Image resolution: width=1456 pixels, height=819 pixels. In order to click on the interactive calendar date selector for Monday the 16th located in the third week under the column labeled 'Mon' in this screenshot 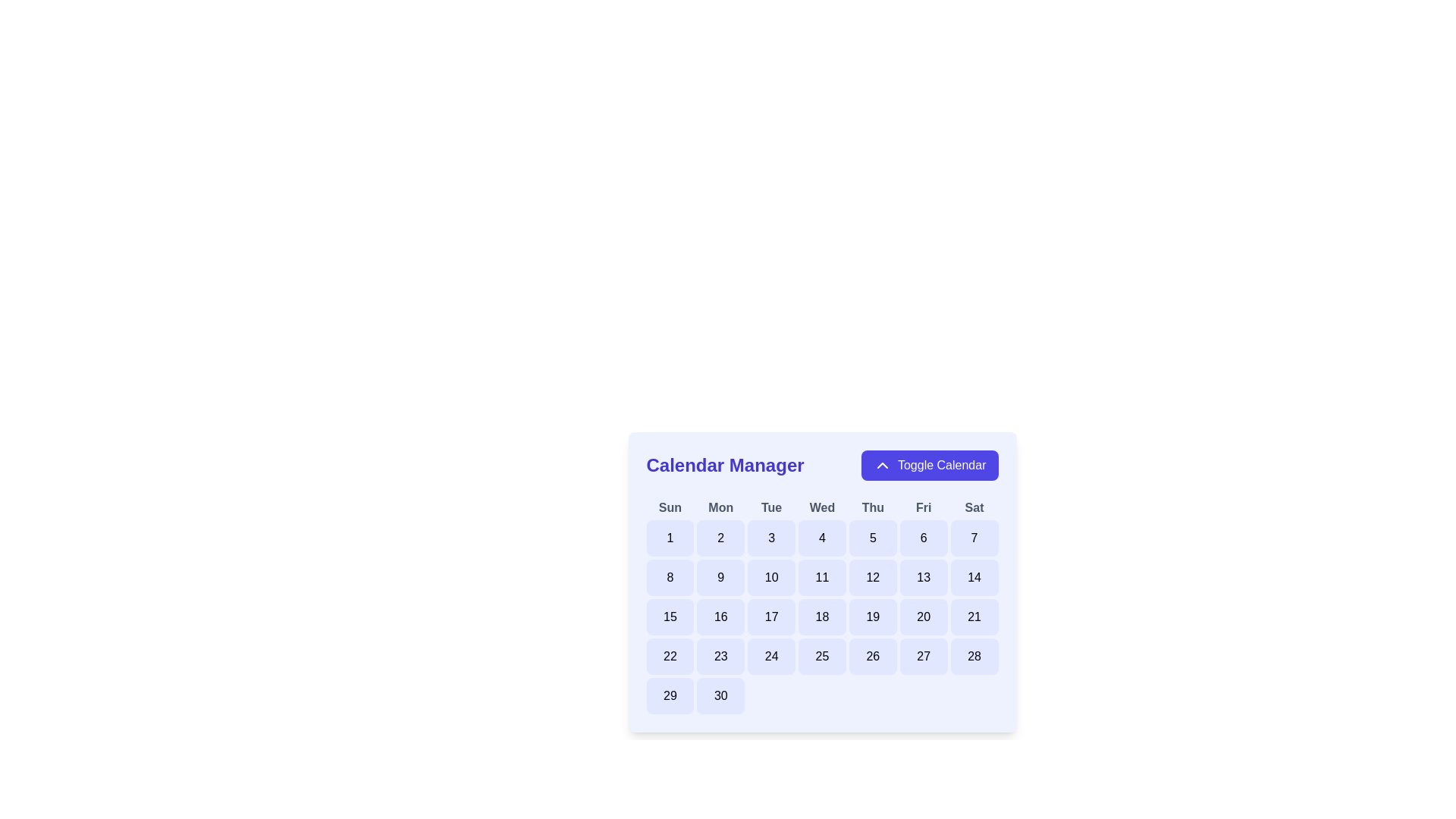, I will do `click(720, 617)`.